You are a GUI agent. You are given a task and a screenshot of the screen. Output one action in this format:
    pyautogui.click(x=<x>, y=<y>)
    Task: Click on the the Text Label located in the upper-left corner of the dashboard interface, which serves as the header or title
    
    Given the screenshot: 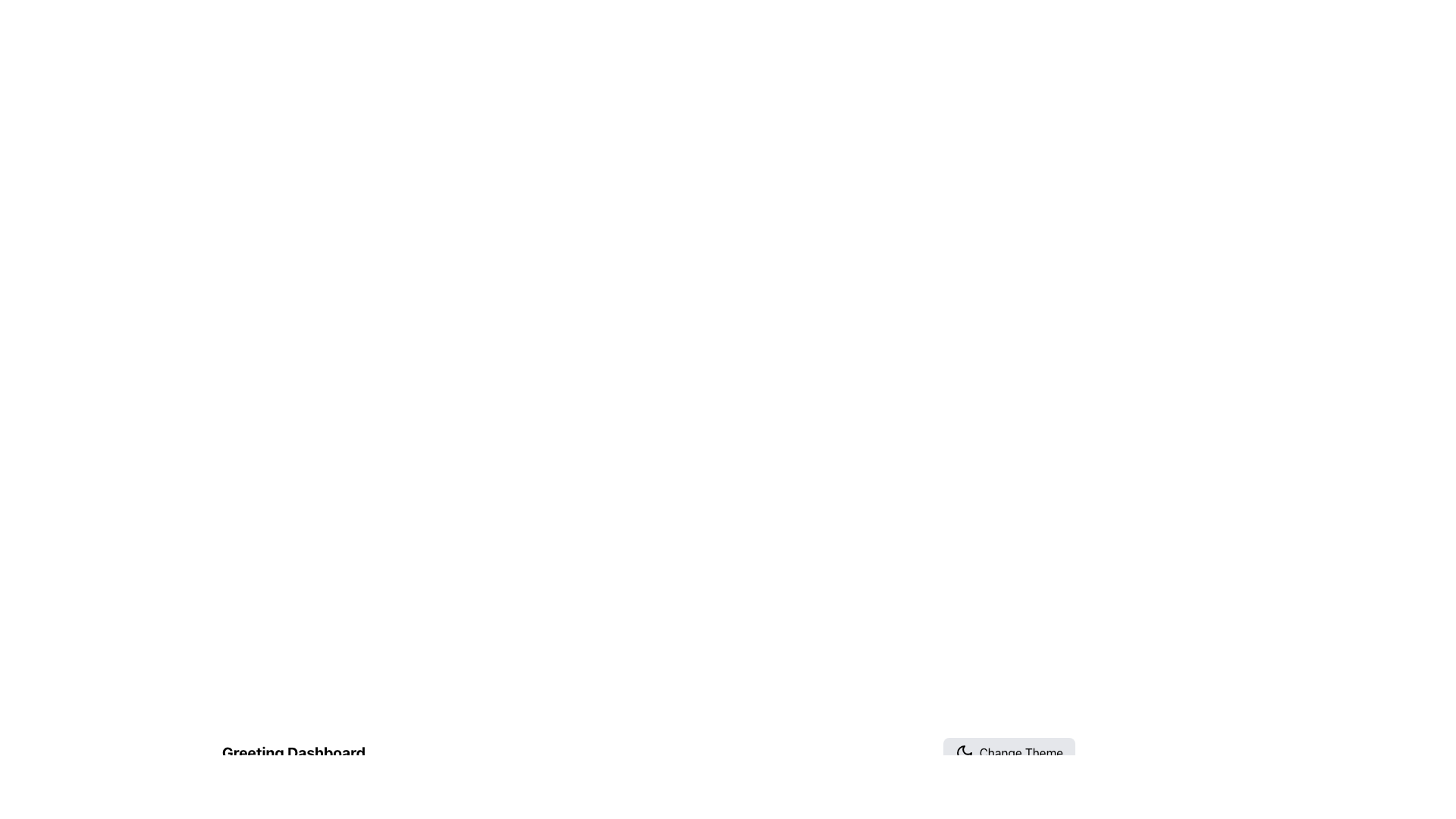 What is the action you would take?
    pyautogui.click(x=293, y=752)
    